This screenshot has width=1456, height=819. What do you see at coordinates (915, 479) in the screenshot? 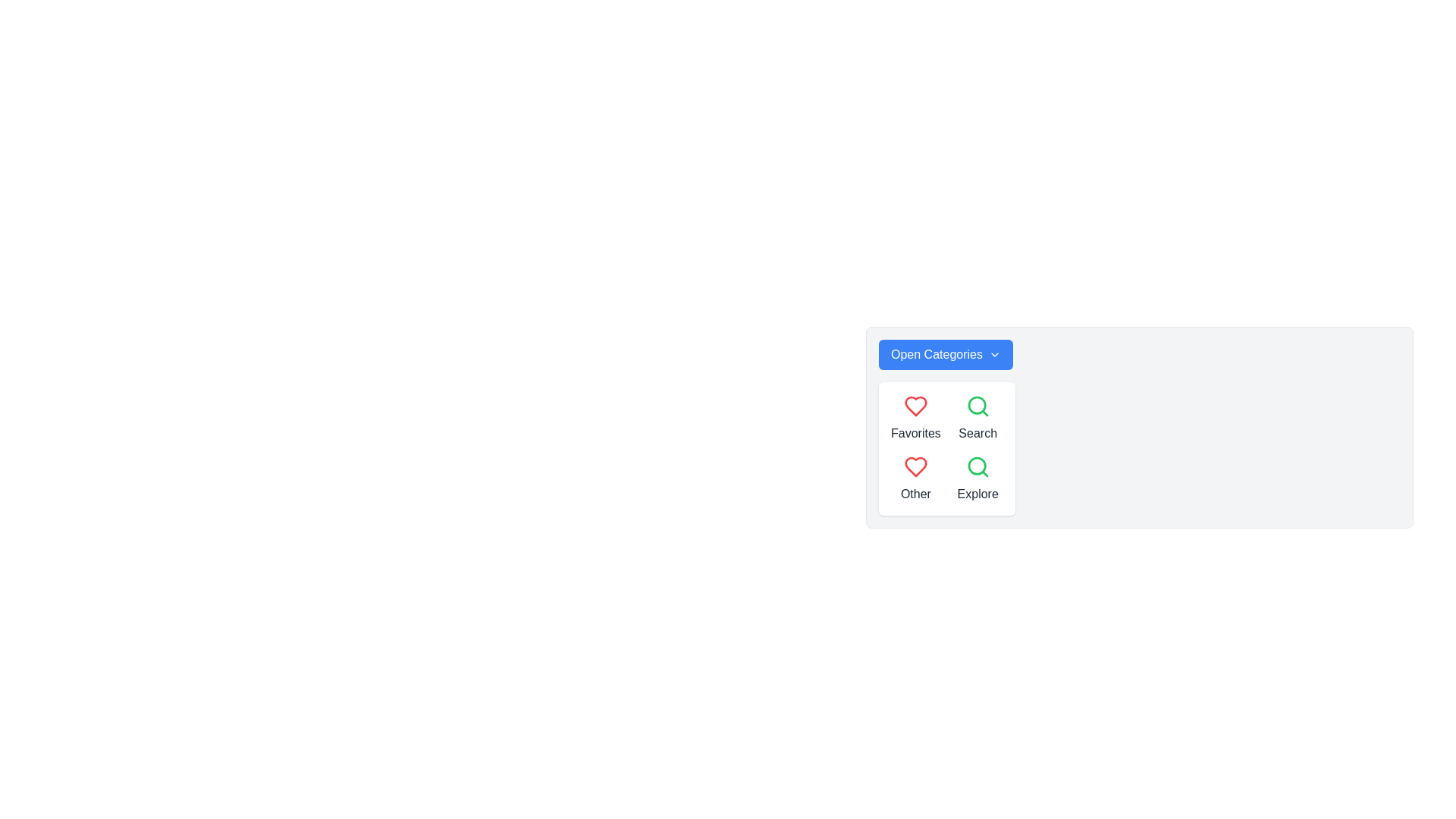
I see `the composite UI element featuring a red heart icon and the text 'Other' below it` at bounding box center [915, 479].